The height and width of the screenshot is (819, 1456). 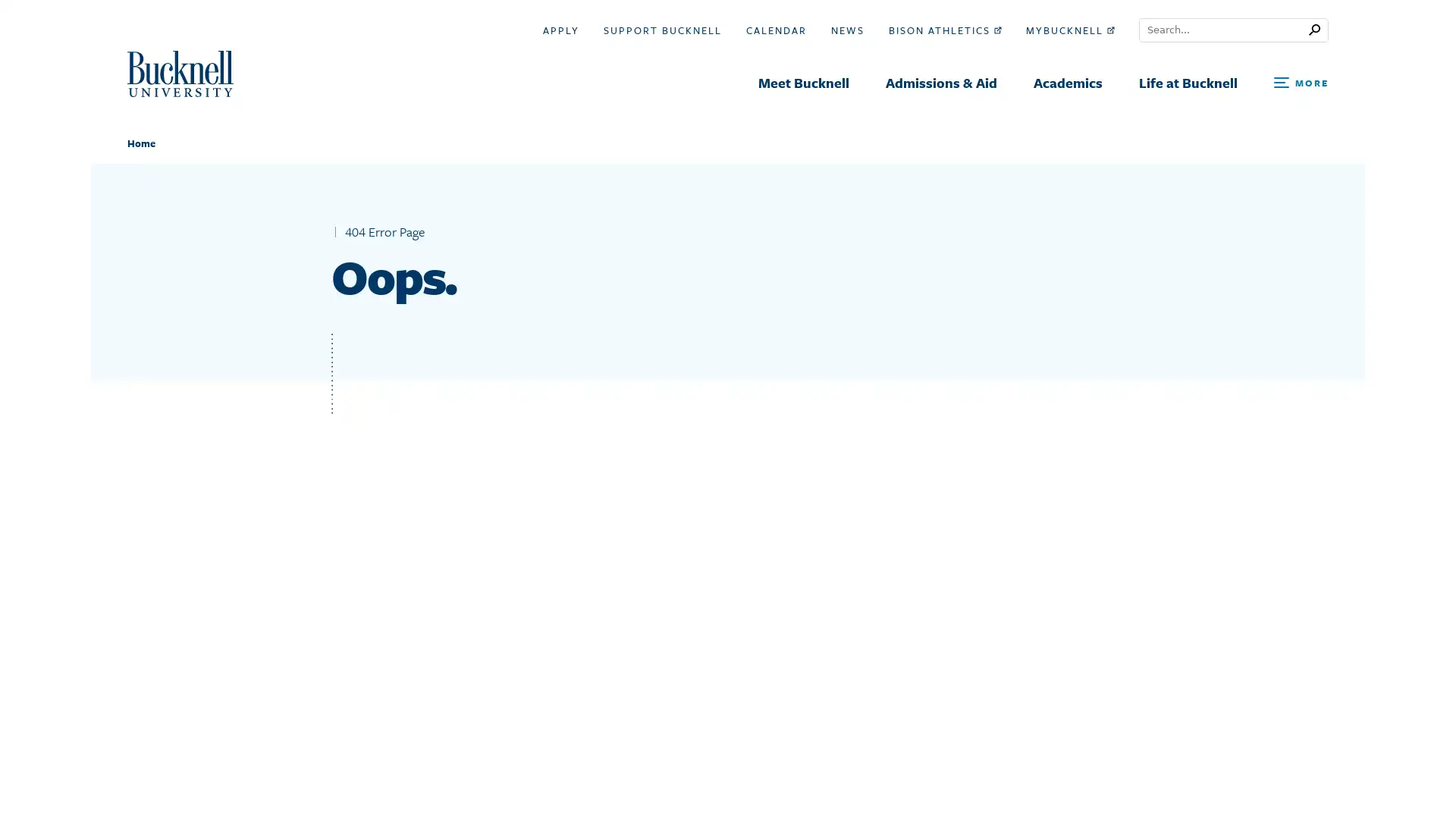 What do you see at coordinates (1317, 30) in the screenshot?
I see `Submit` at bounding box center [1317, 30].